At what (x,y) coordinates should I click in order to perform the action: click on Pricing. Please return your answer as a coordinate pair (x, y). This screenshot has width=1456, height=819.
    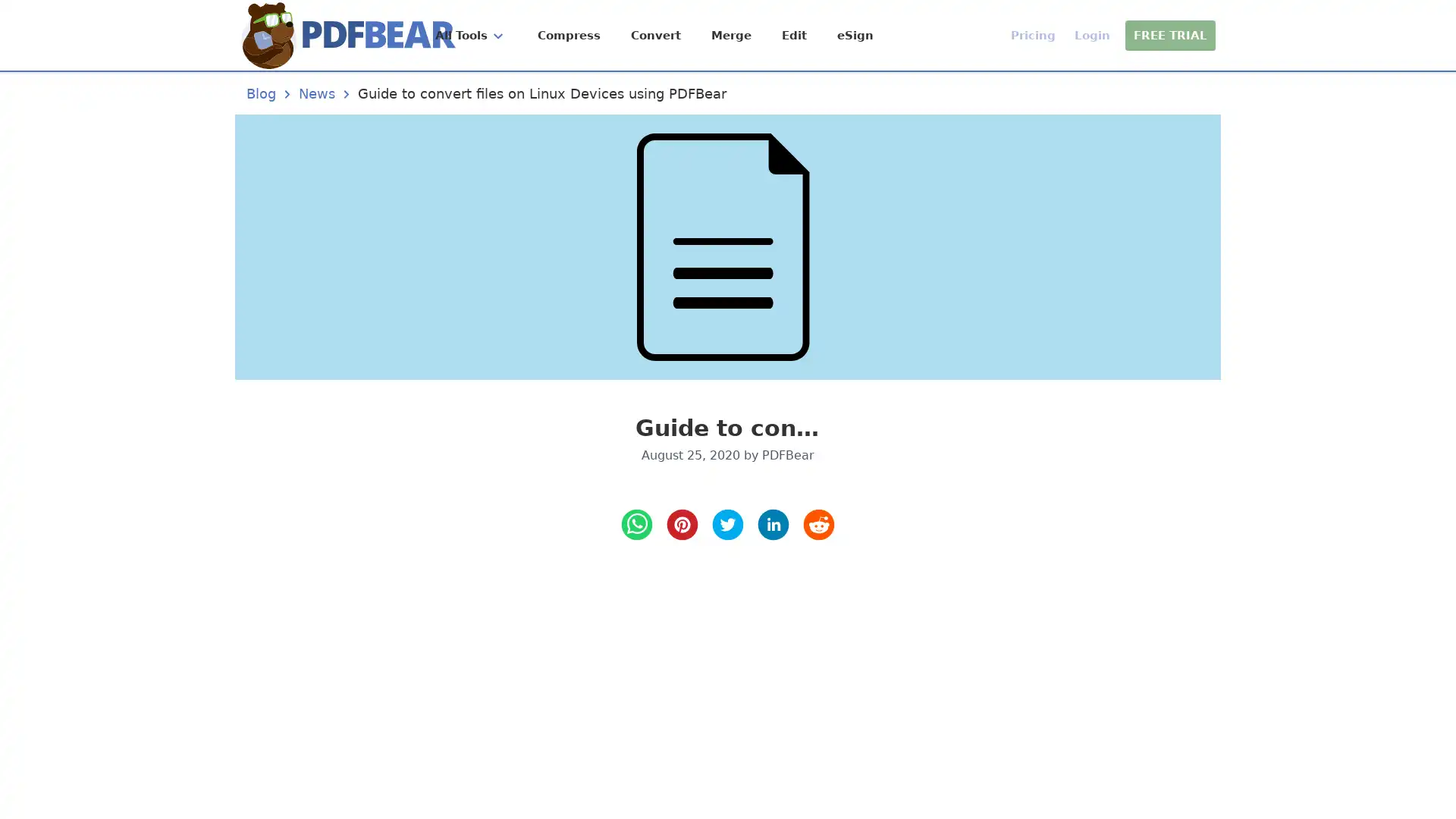
    Looking at the image, I should click on (1031, 34).